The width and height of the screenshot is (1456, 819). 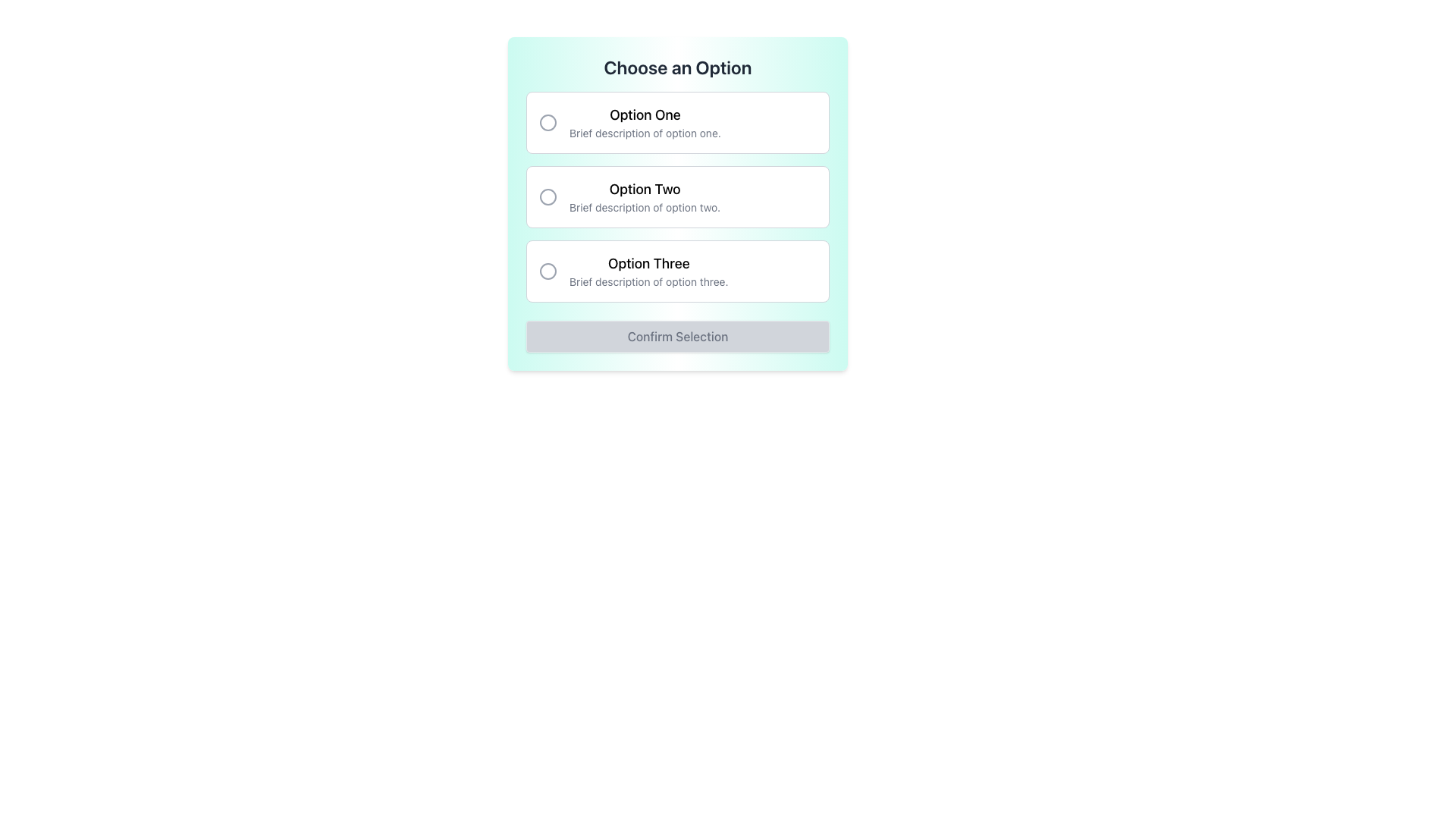 What do you see at coordinates (645, 114) in the screenshot?
I see `the text label for the first selectable option in the dialogue box, which is positioned above the text 'Brief description of option one.'` at bounding box center [645, 114].